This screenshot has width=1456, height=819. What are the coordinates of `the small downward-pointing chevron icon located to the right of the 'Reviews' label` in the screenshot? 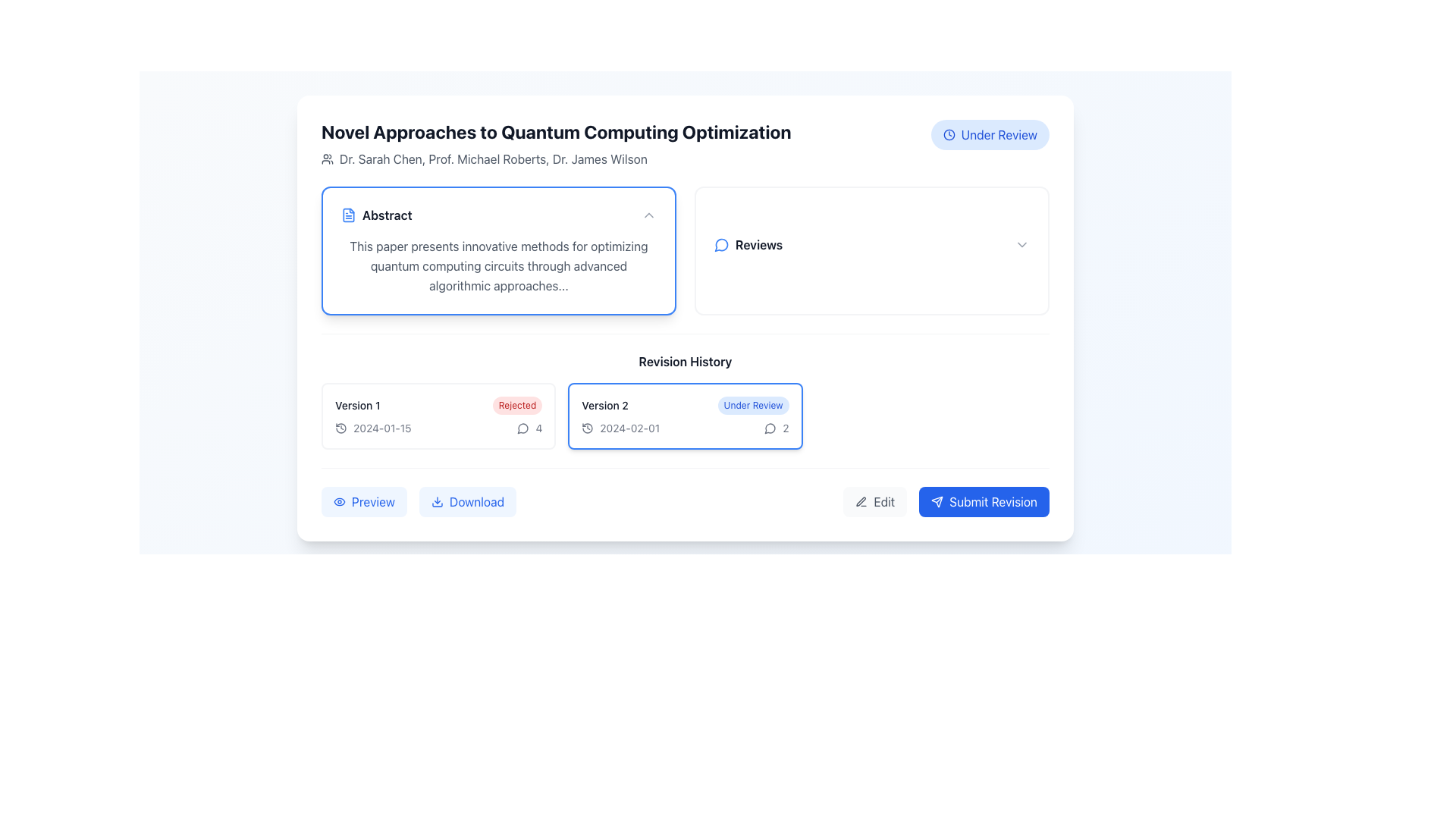 It's located at (1022, 244).